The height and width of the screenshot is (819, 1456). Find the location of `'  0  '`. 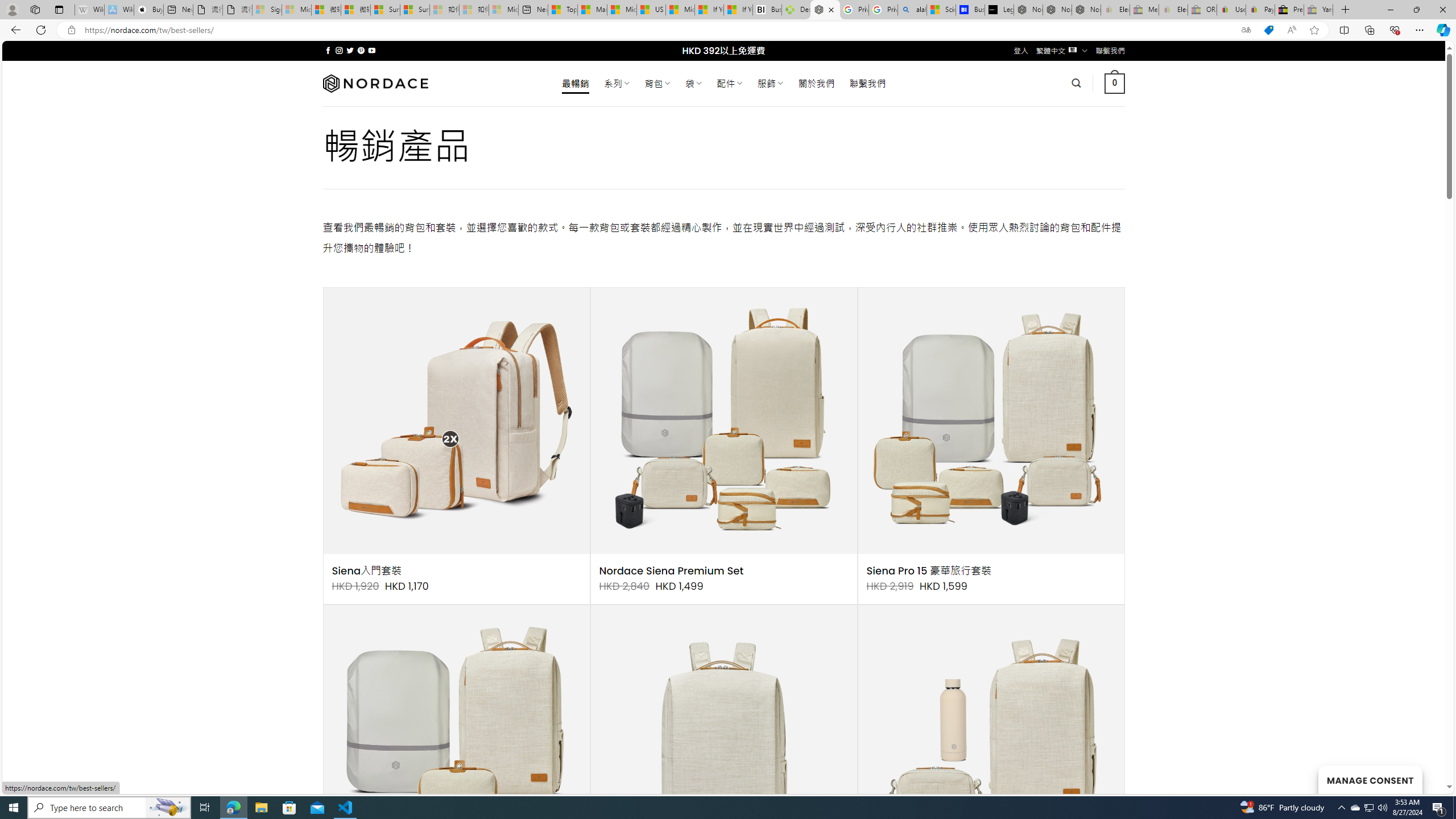

'  0  ' is located at coordinates (1115, 82).